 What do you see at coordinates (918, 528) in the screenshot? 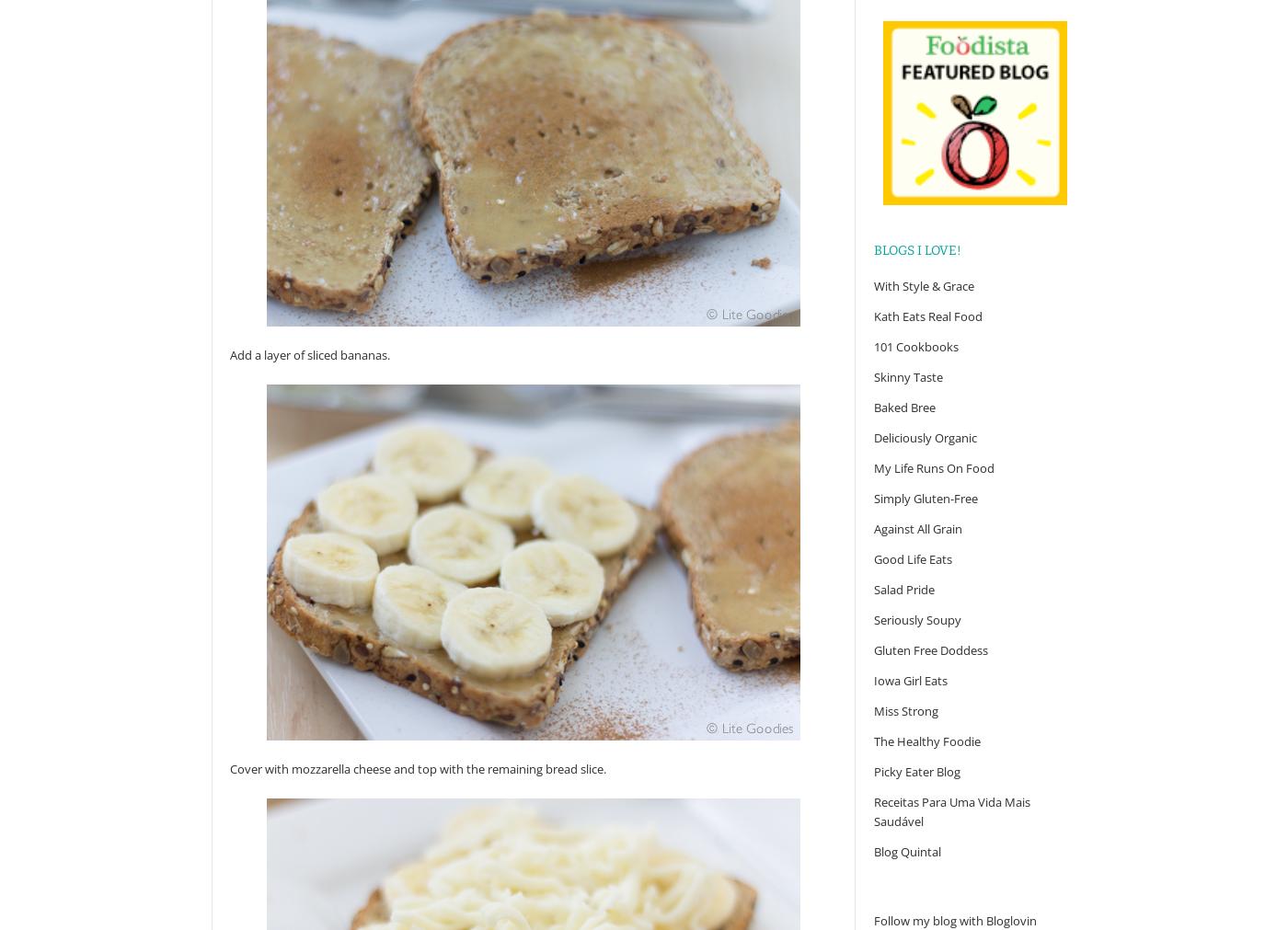
I see `'Against All Grain'` at bounding box center [918, 528].